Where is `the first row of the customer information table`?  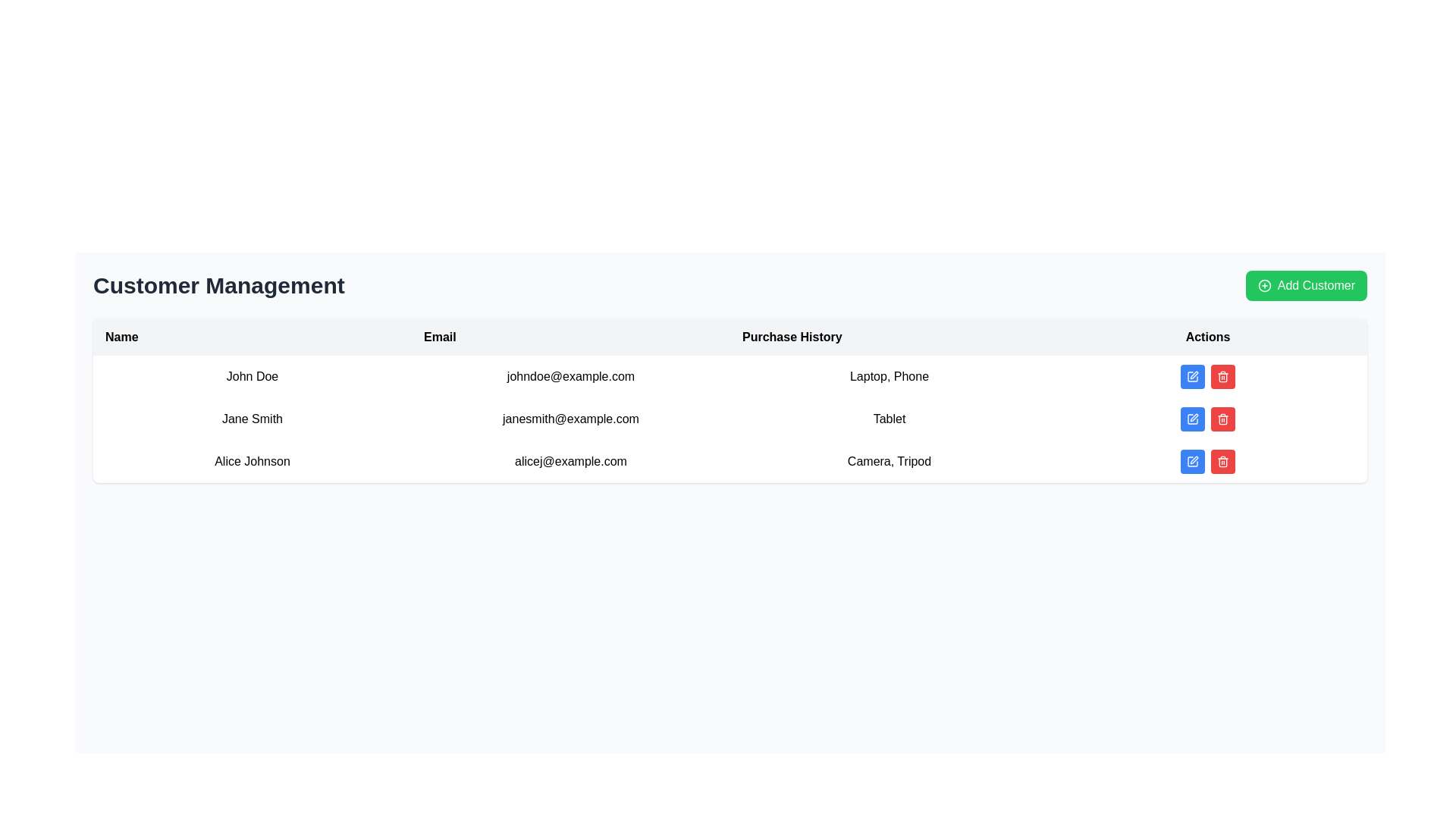 the first row of the customer information table is located at coordinates (730, 376).